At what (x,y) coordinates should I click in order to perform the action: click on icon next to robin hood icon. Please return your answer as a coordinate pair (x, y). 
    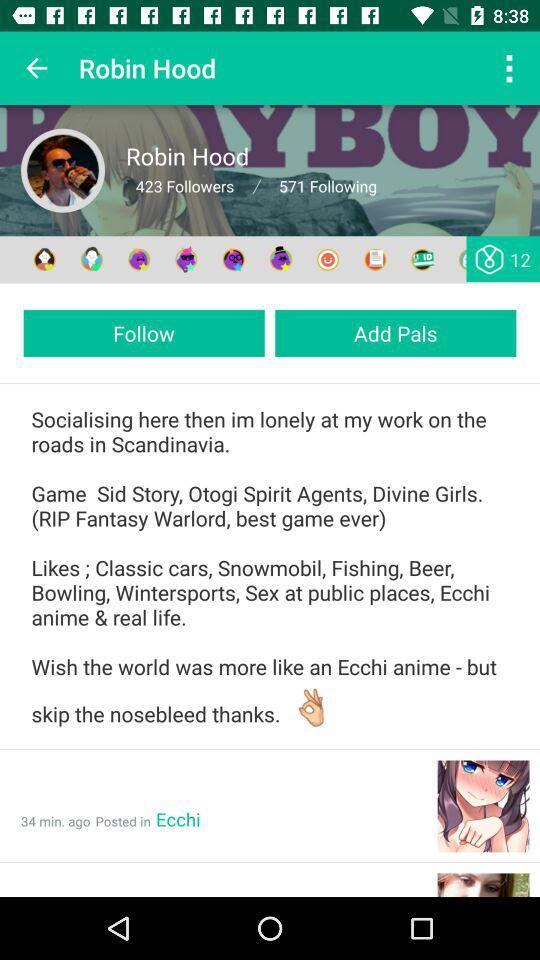
    Looking at the image, I should click on (36, 68).